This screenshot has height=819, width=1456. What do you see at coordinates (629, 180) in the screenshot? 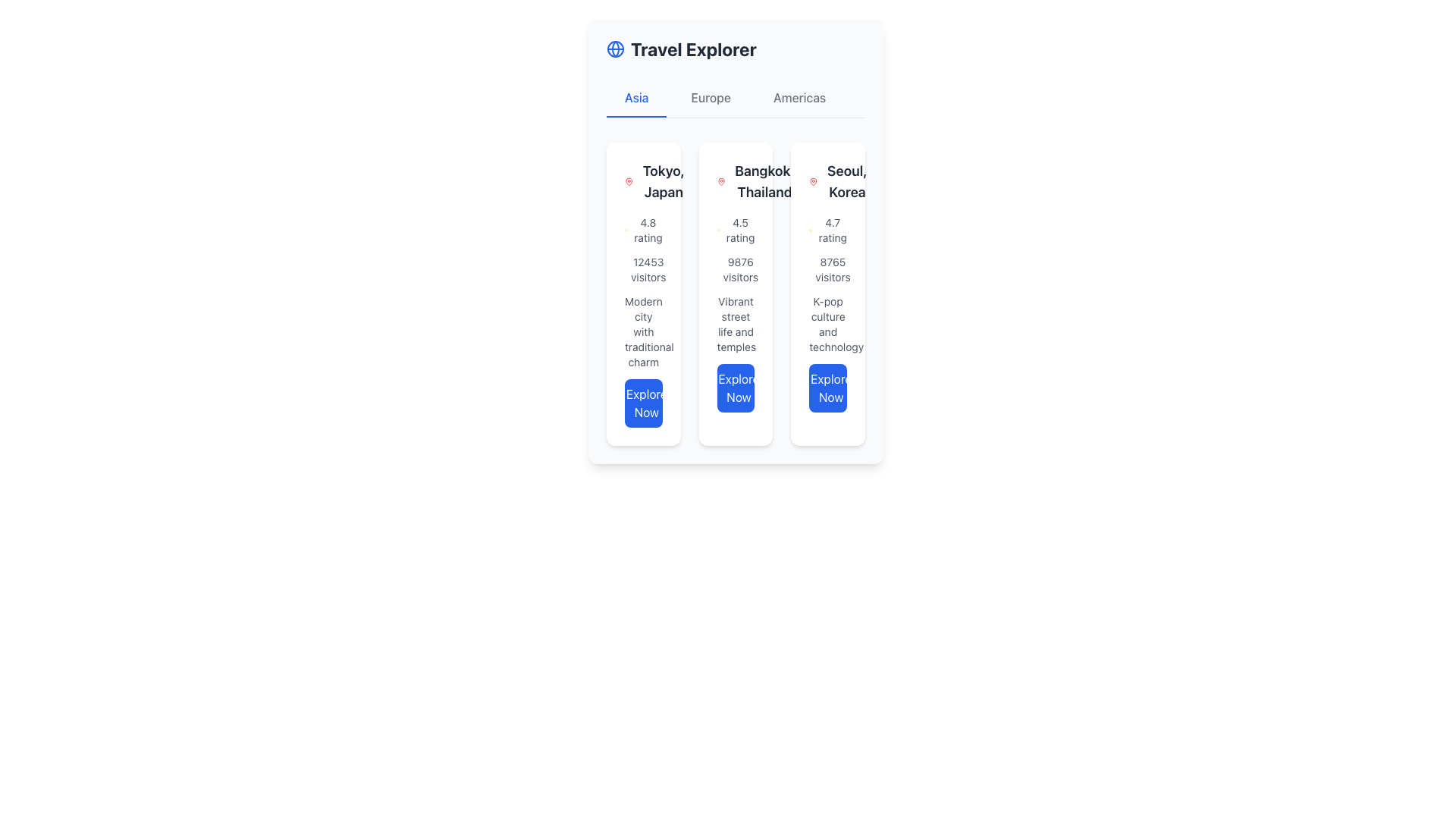
I see `the red pin-like icon representing the location marker for Tokyo, Japan` at bounding box center [629, 180].